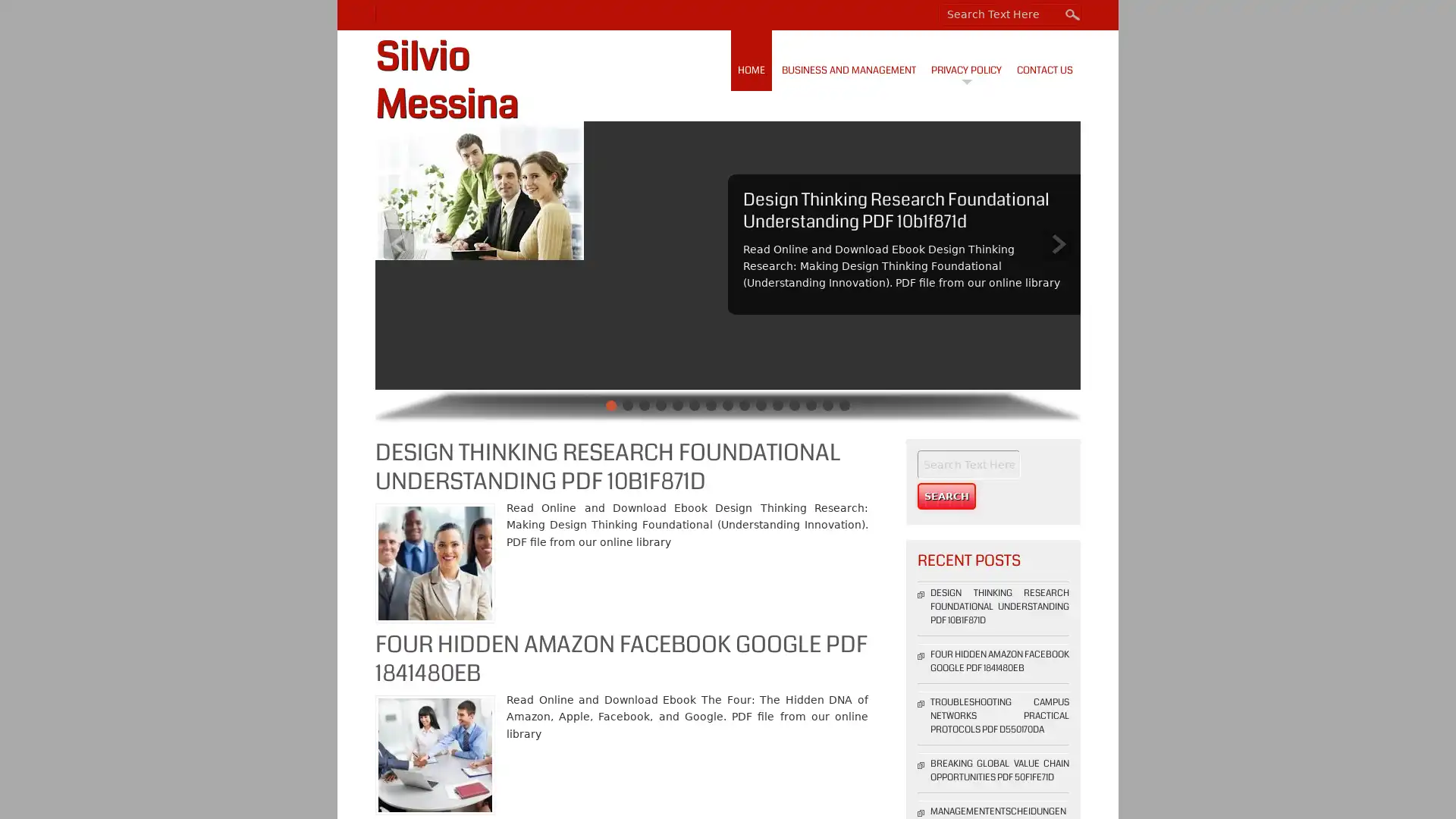 The width and height of the screenshot is (1456, 819). I want to click on Search, so click(946, 496).